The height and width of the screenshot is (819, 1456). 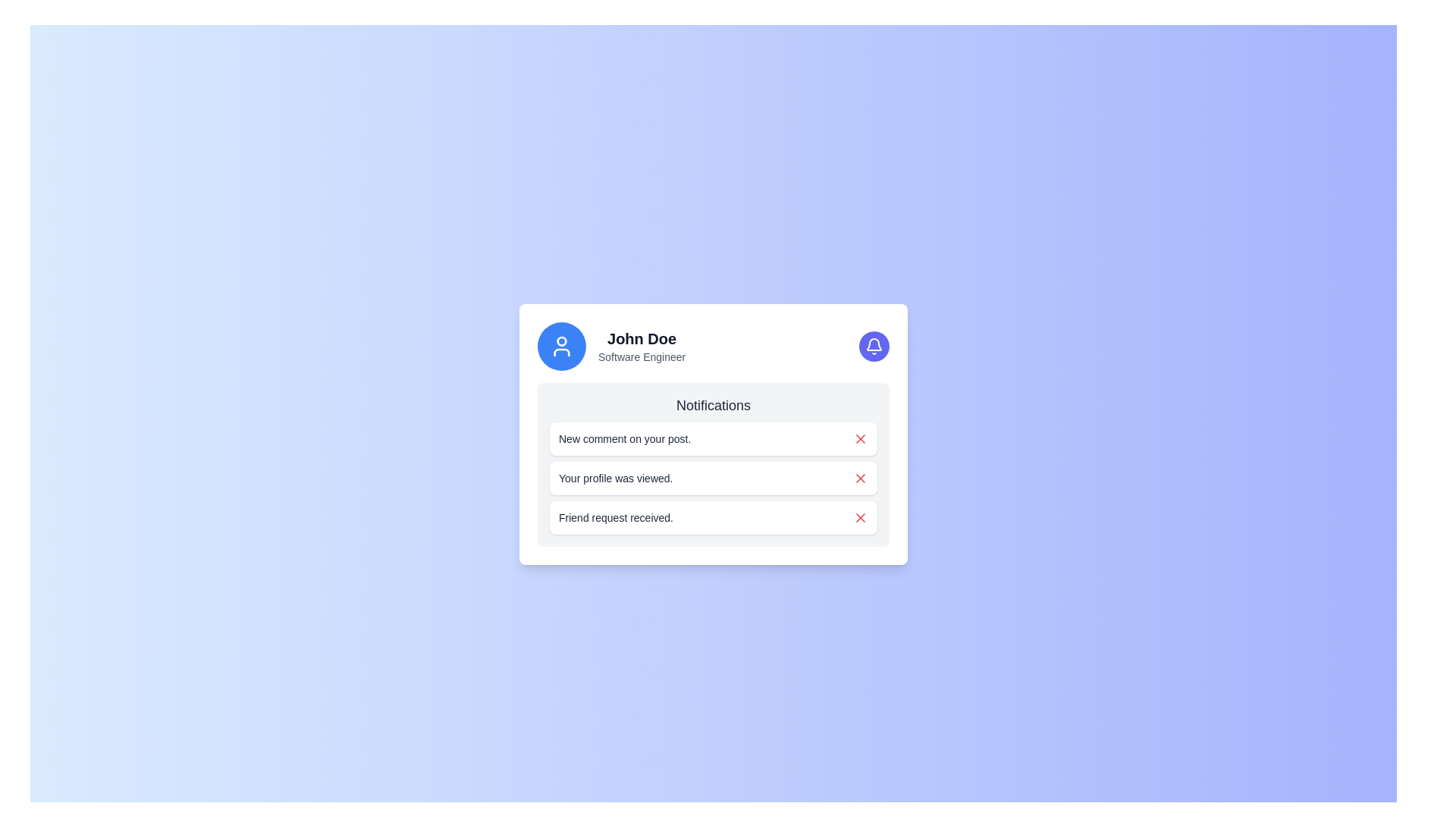 I want to click on text displayed in the profile header of the user, which is located in the top-center of the card component, to the right of the circular blue icon, so click(x=642, y=346).